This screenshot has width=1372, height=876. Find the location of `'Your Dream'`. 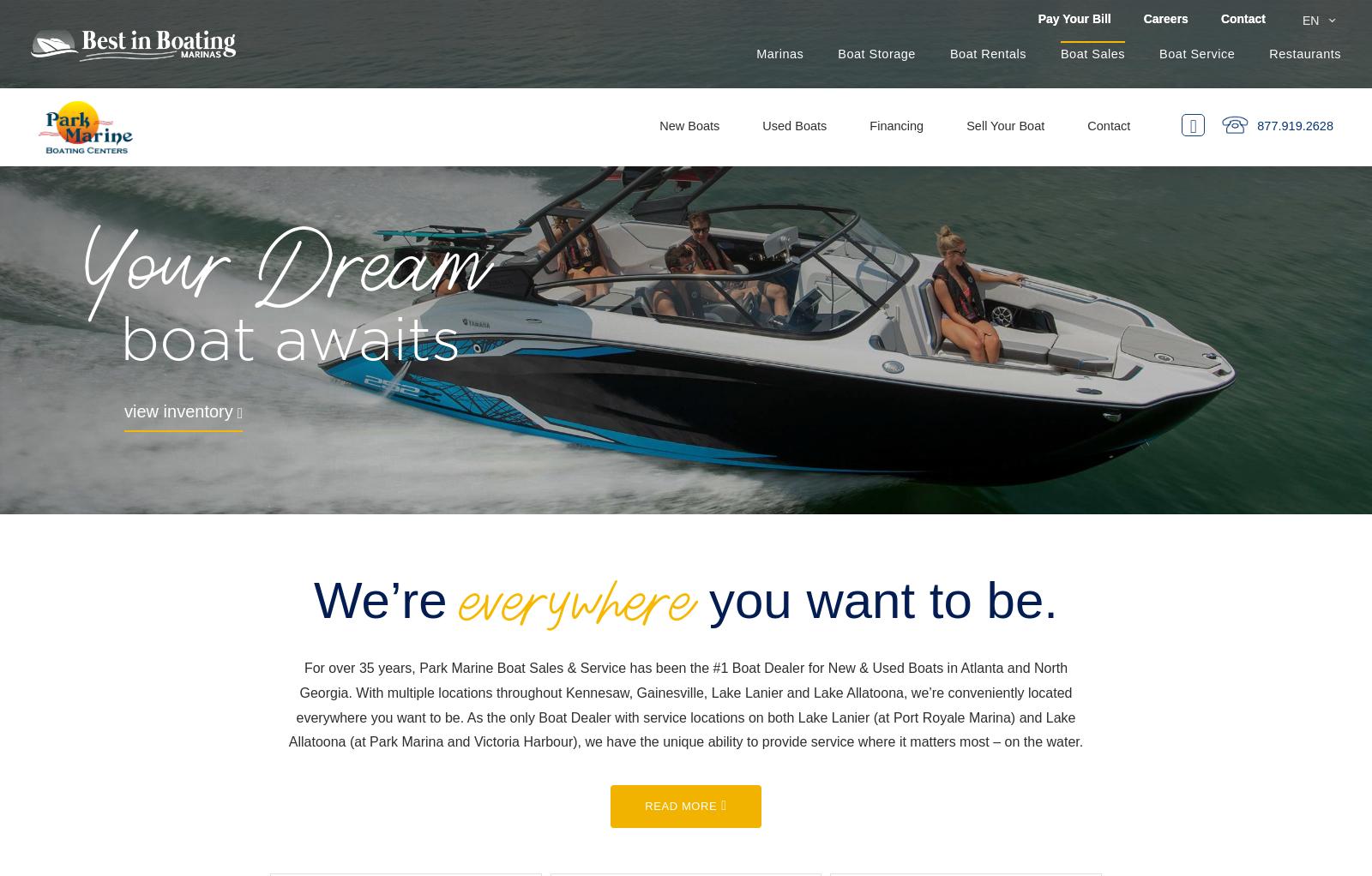

'Your Dream' is located at coordinates (285, 273).